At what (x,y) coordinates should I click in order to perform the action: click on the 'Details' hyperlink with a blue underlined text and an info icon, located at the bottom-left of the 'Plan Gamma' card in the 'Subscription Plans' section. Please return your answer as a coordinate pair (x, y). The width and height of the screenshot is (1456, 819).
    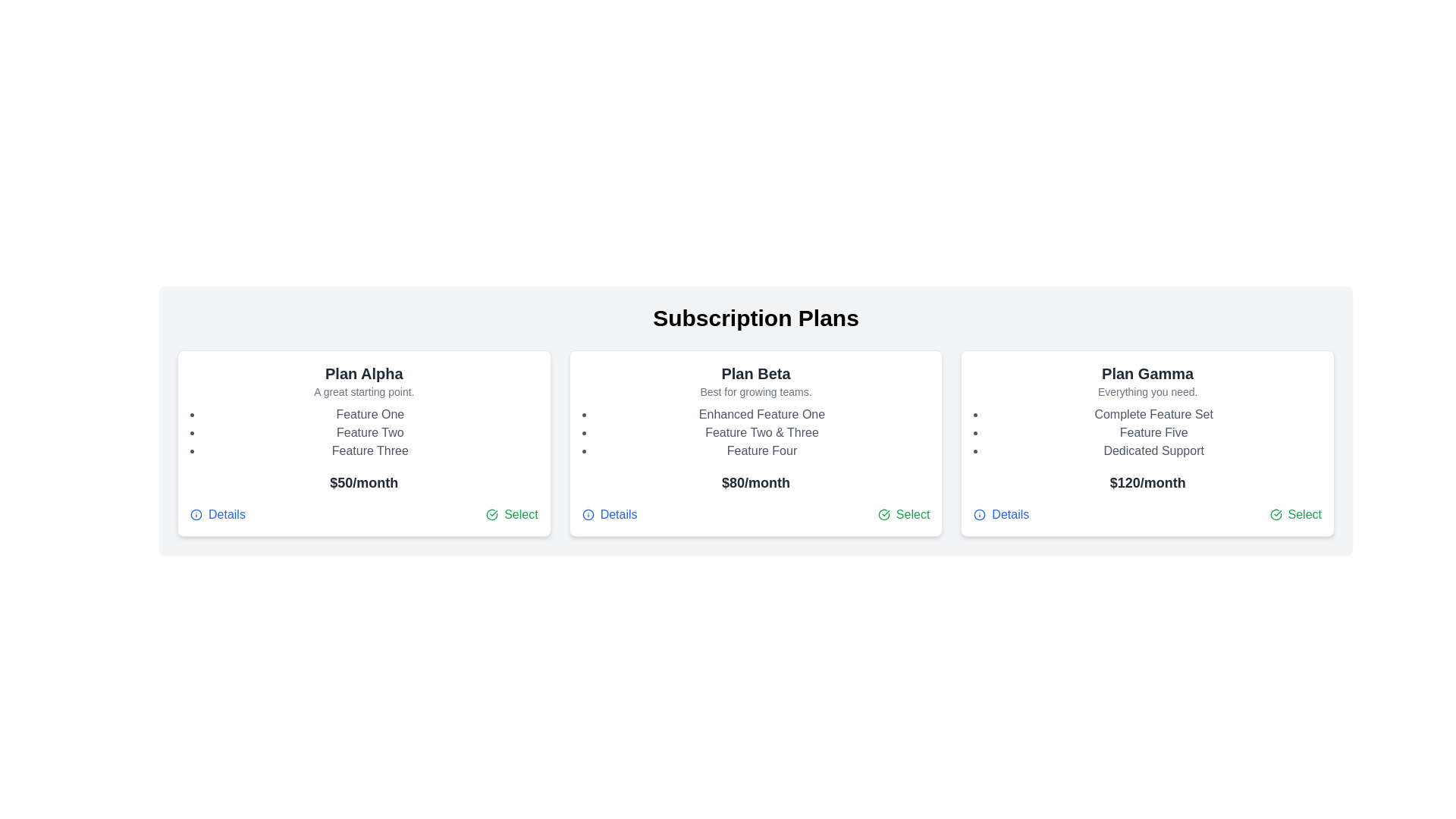
    Looking at the image, I should click on (1001, 513).